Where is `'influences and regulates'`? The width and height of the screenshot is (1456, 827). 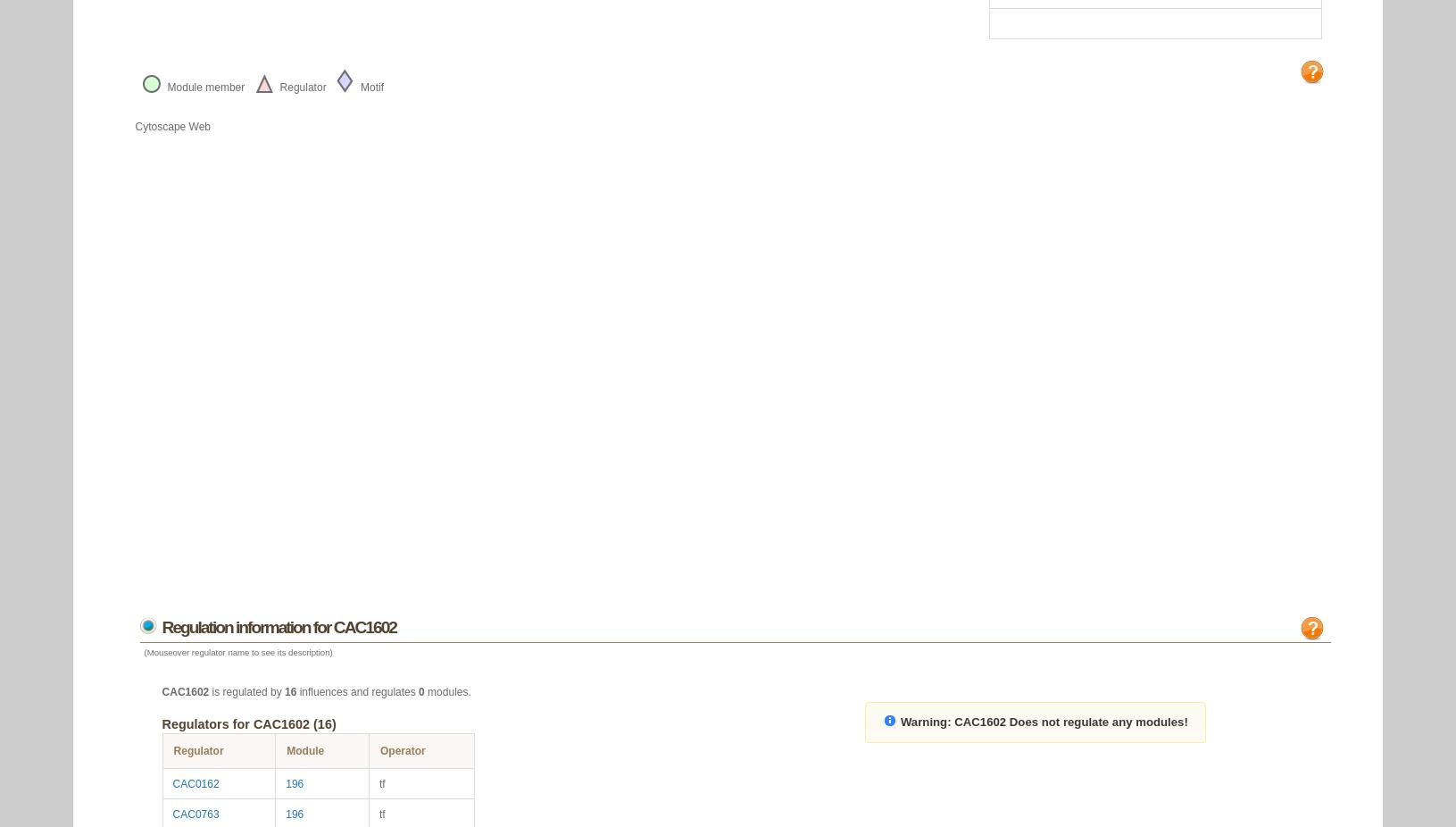 'influences and regulates' is located at coordinates (357, 691).